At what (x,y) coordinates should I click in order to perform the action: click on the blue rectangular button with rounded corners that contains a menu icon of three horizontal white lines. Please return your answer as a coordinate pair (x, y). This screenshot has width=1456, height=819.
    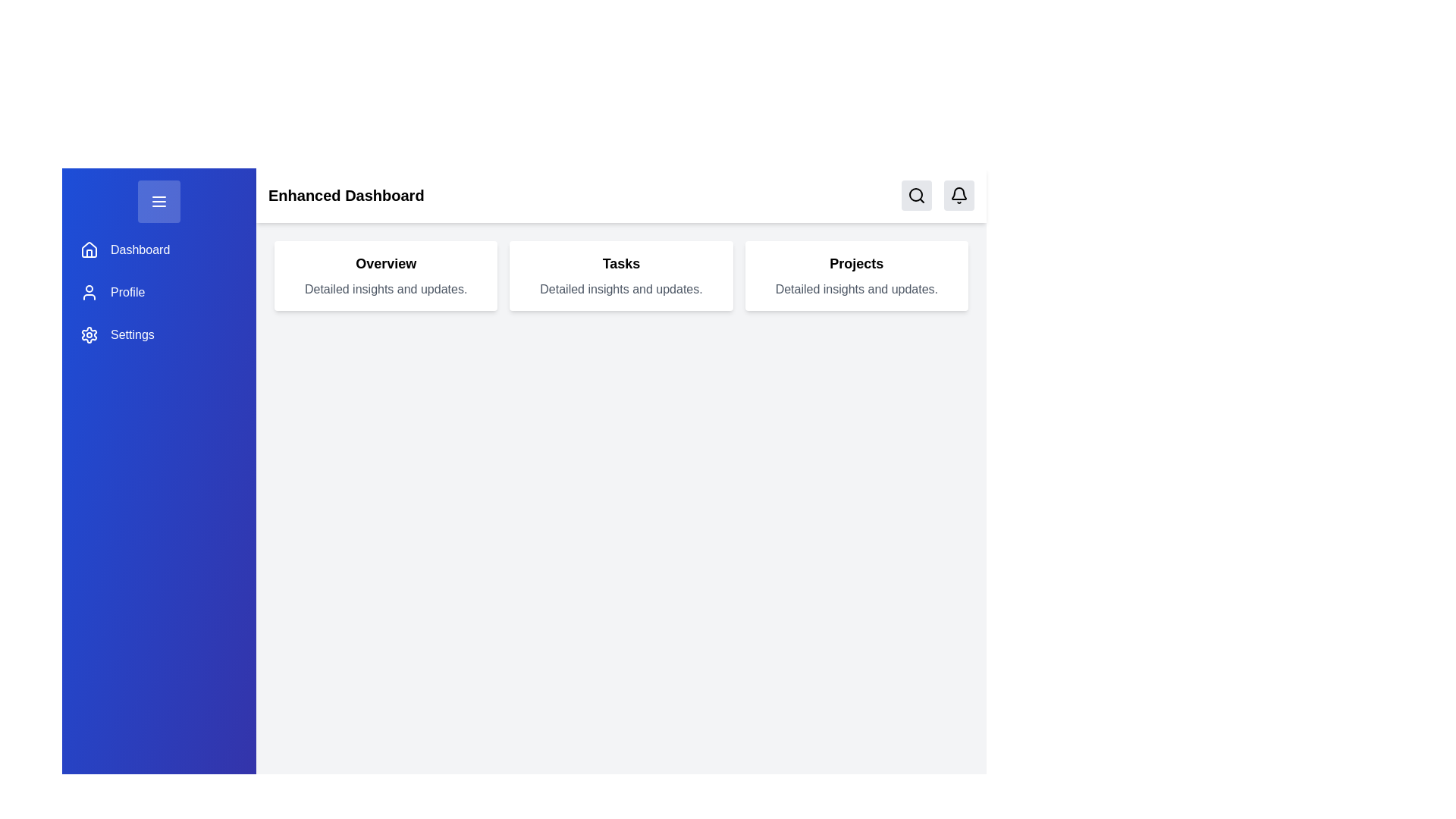
    Looking at the image, I should click on (159, 201).